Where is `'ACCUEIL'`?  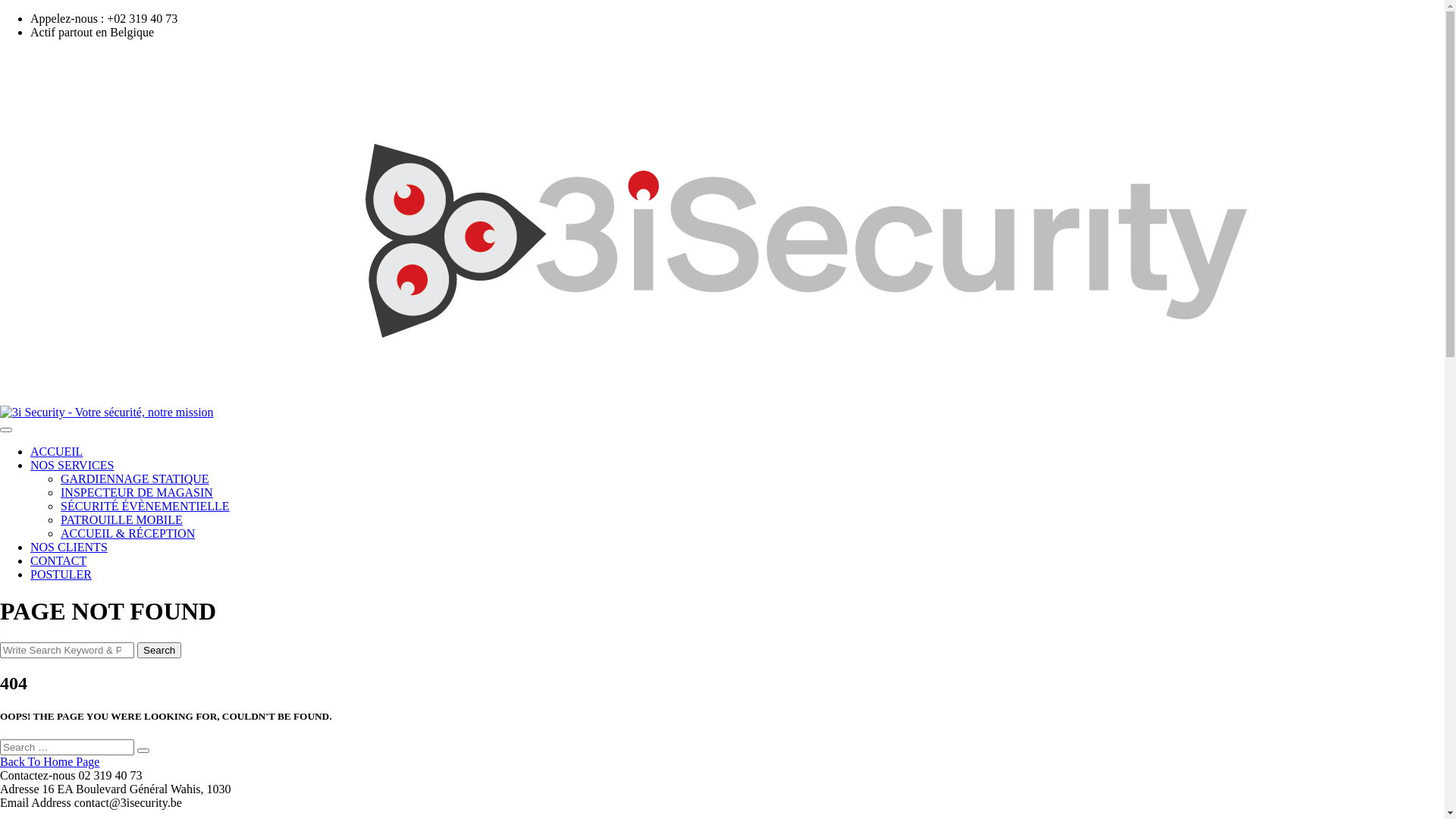
'ACCUEIL' is located at coordinates (56, 450).